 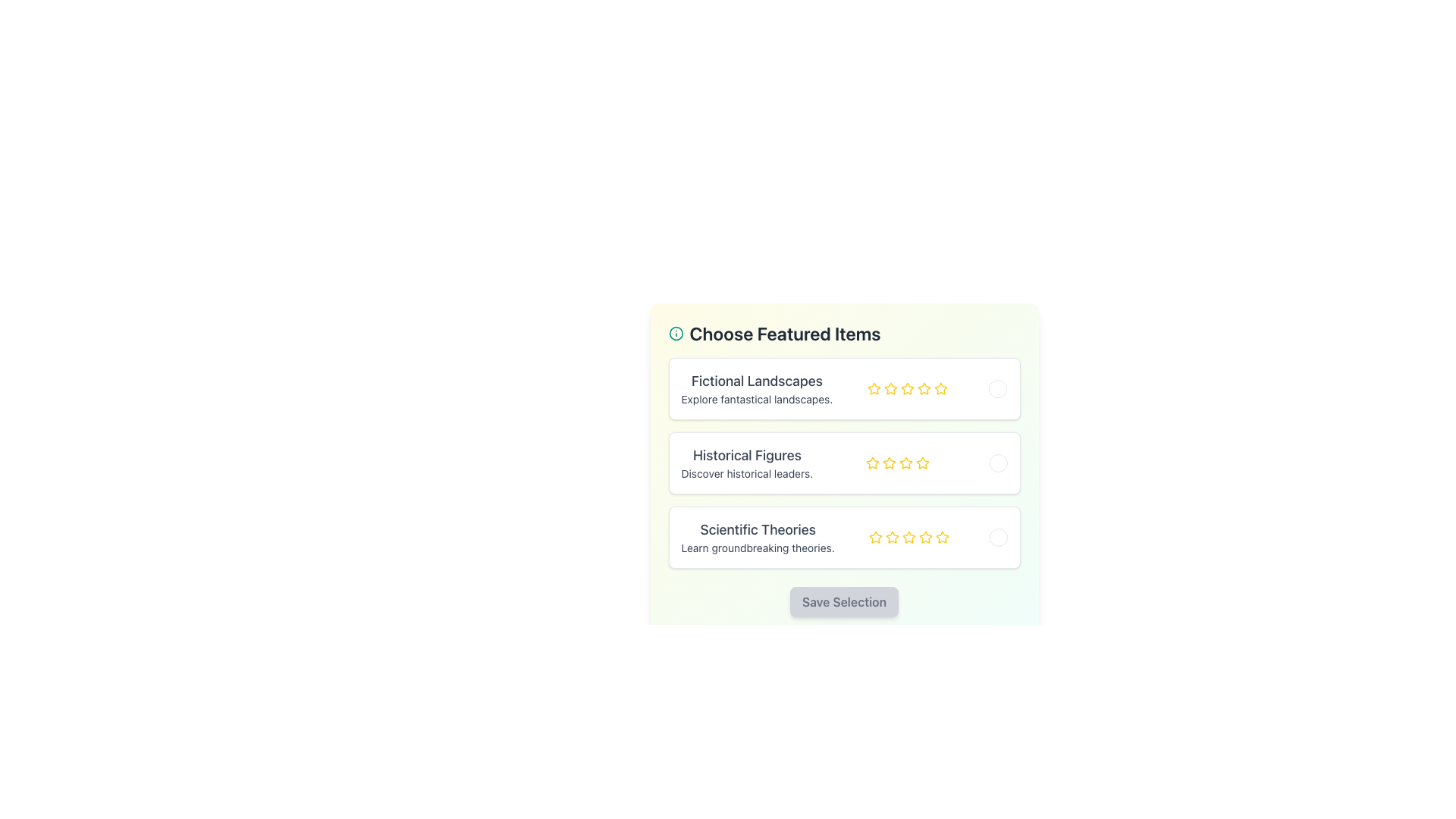 What do you see at coordinates (873, 462) in the screenshot?
I see `the second yellow star in the rating system located under the 'Historical Figures' section` at bounding box center [873, 462].